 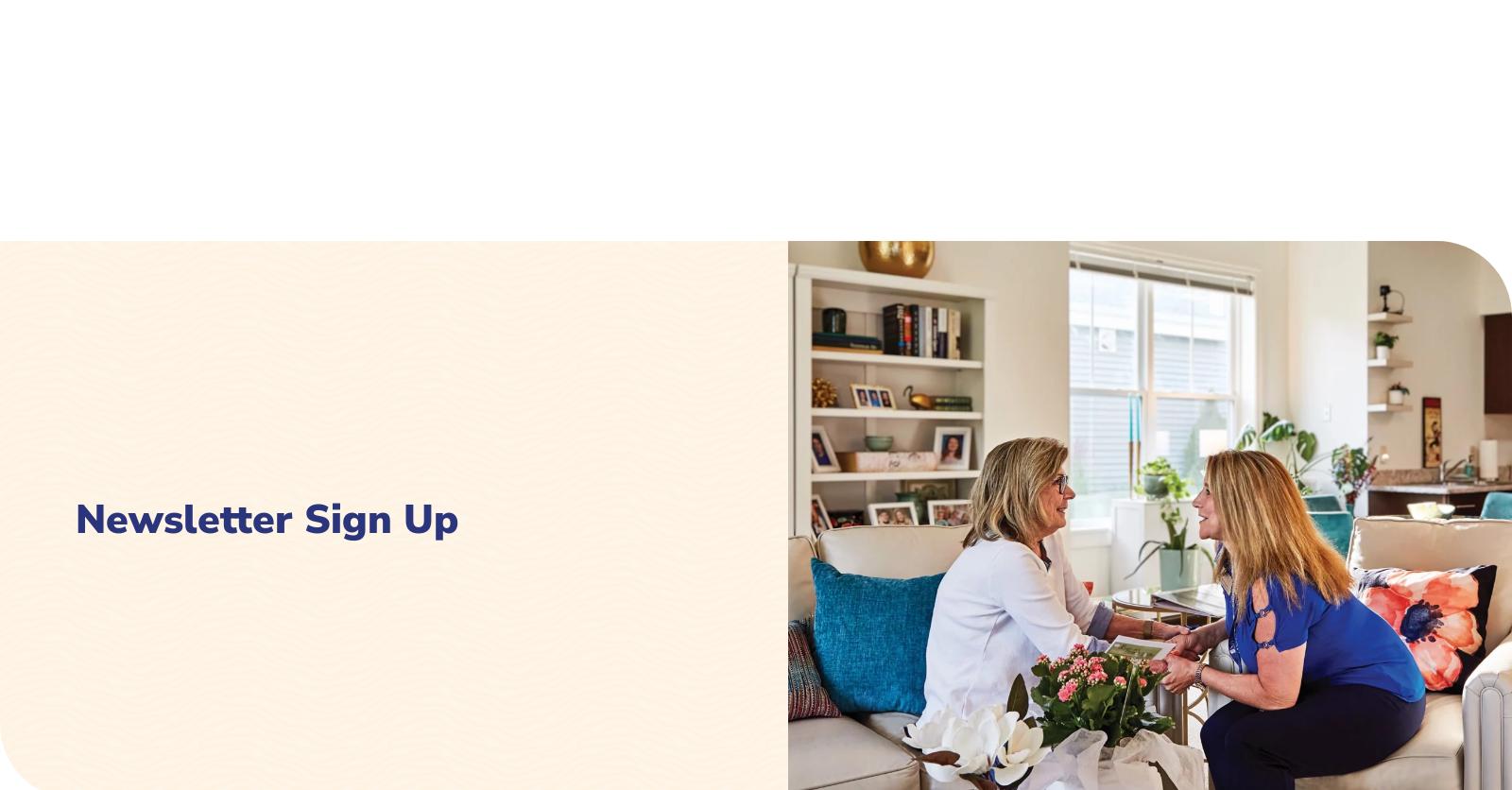 I want to click on 'Contact', so click(x=1053, y=214).